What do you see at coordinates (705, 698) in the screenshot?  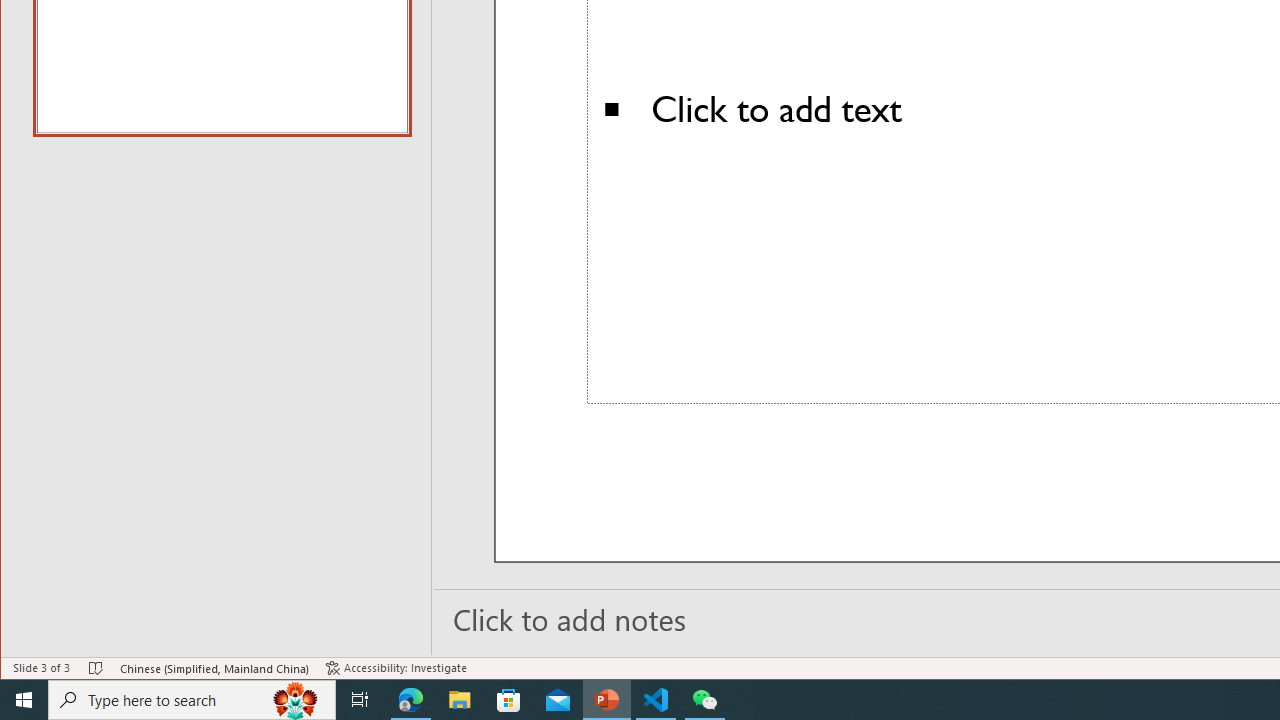 I see `'WeChat - 1 running window'` at bounding box center [705, 698].